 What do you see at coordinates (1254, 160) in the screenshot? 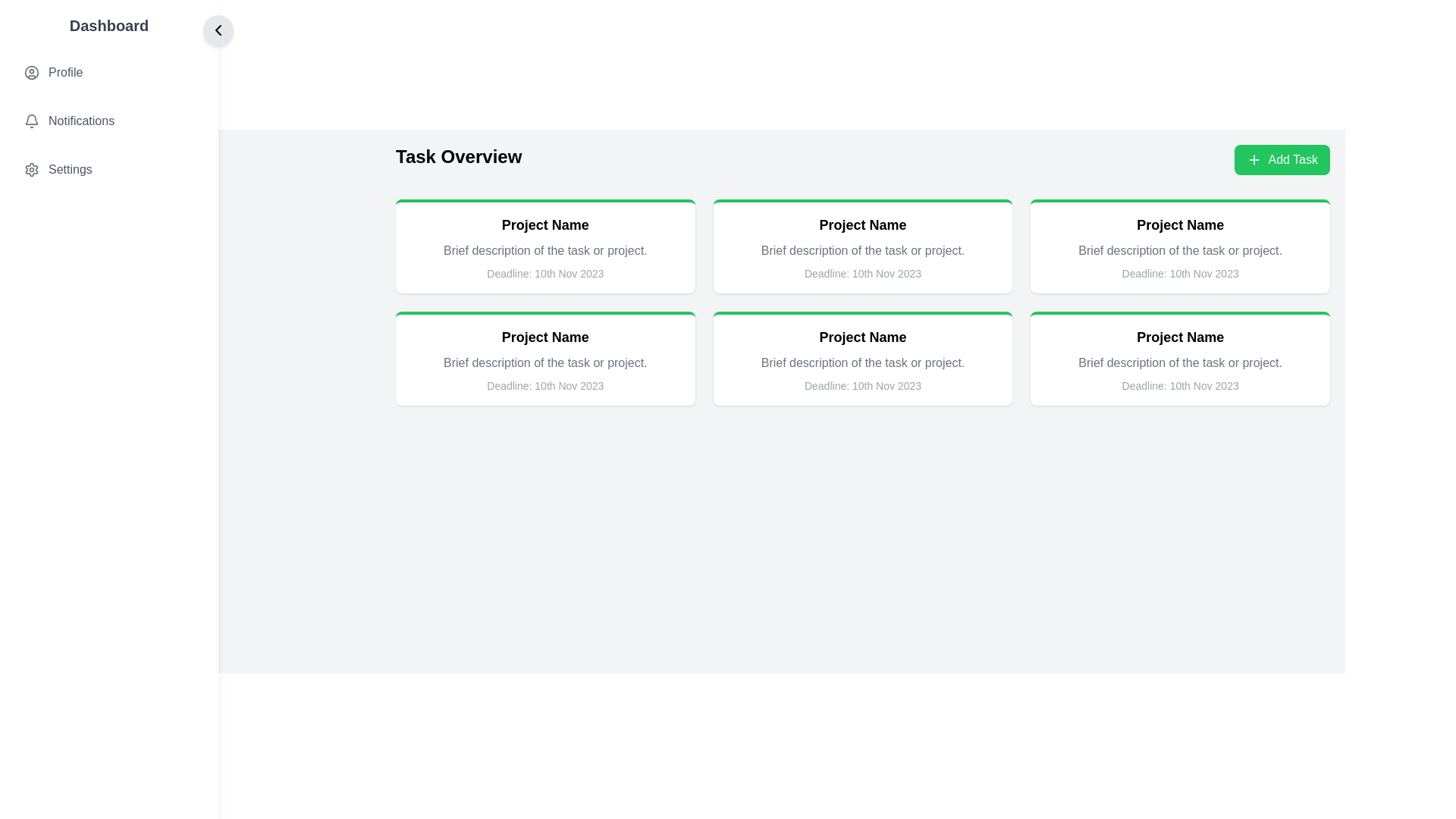
I see `the circular '+' icon located inside the 'Add Task' button at the top-right corner of the interface` at bounding box center [1254, 160].